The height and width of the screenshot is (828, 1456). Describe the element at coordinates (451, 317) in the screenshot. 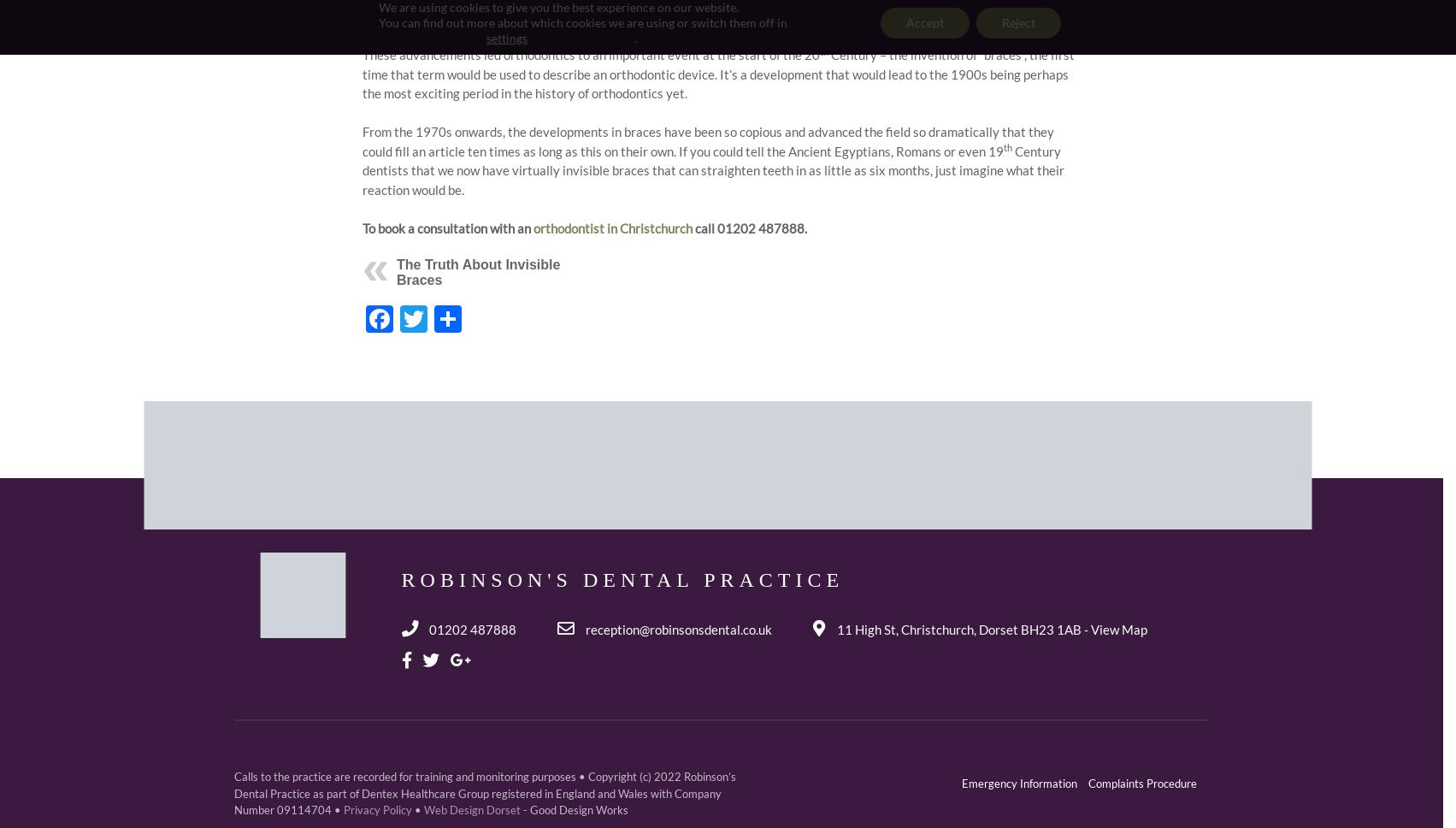

I see `'Facebook'` at that location.